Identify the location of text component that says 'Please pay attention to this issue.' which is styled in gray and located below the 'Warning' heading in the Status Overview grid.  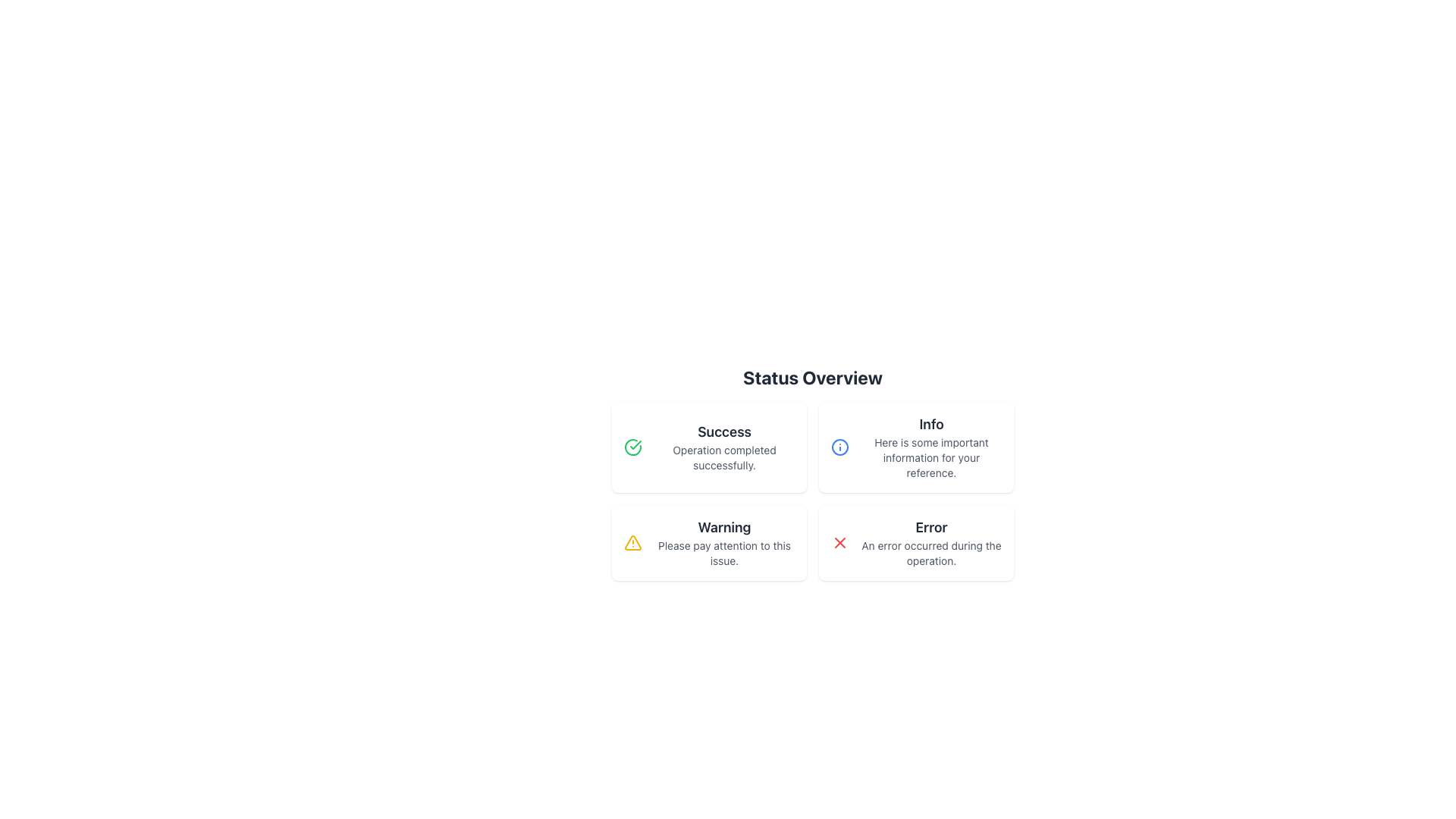
(723, 553).